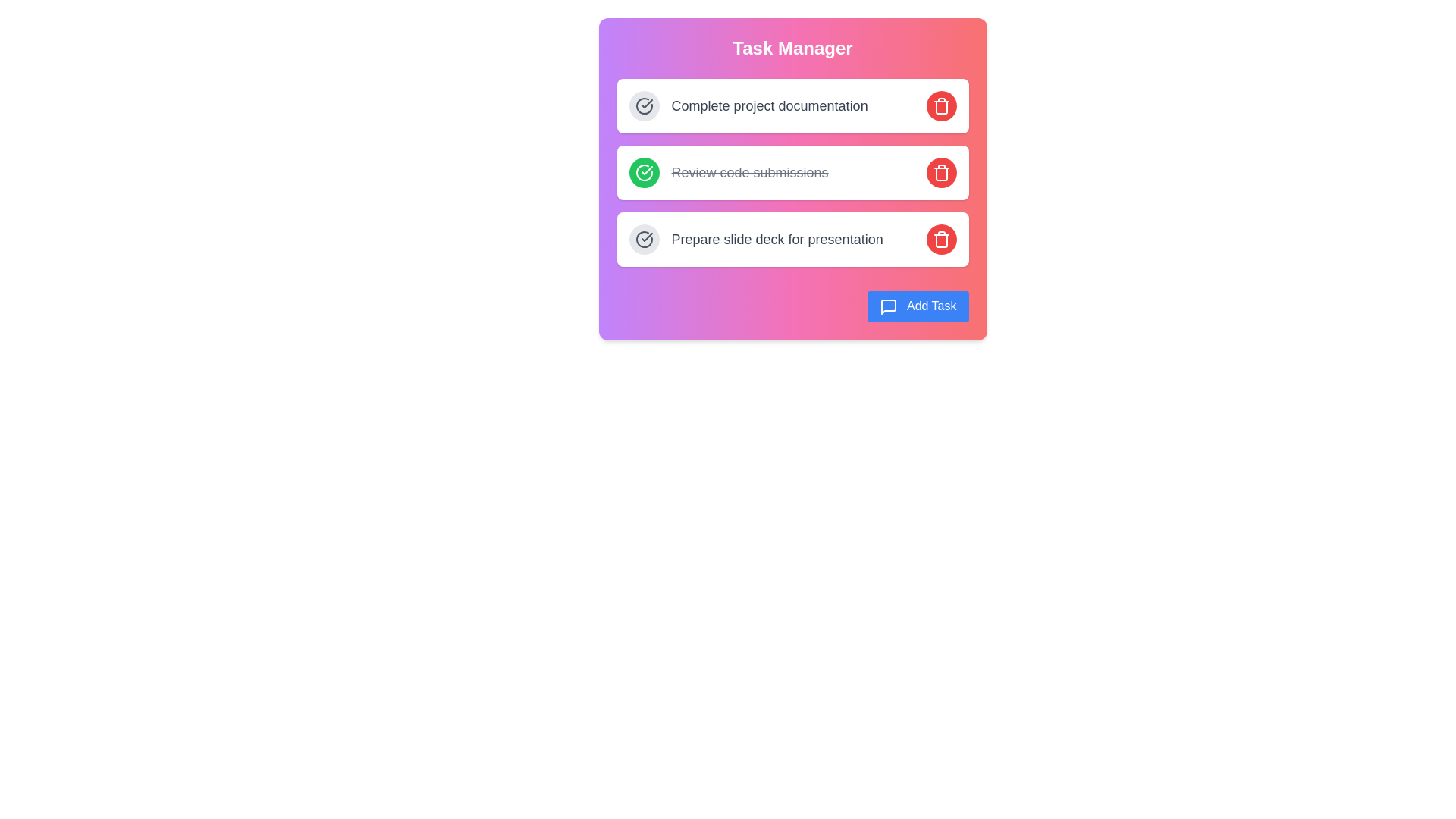 The height and width of the screenshot is (819, 1456). What do you see at coordinates (644, 105) in the screenshot?
I see `the circular icon with a checkmark inside, which indicates a completed status, located to the left of the task title 'Complete project documentation' in the top task row of the task manager interface` at bounding box center [644, 105].